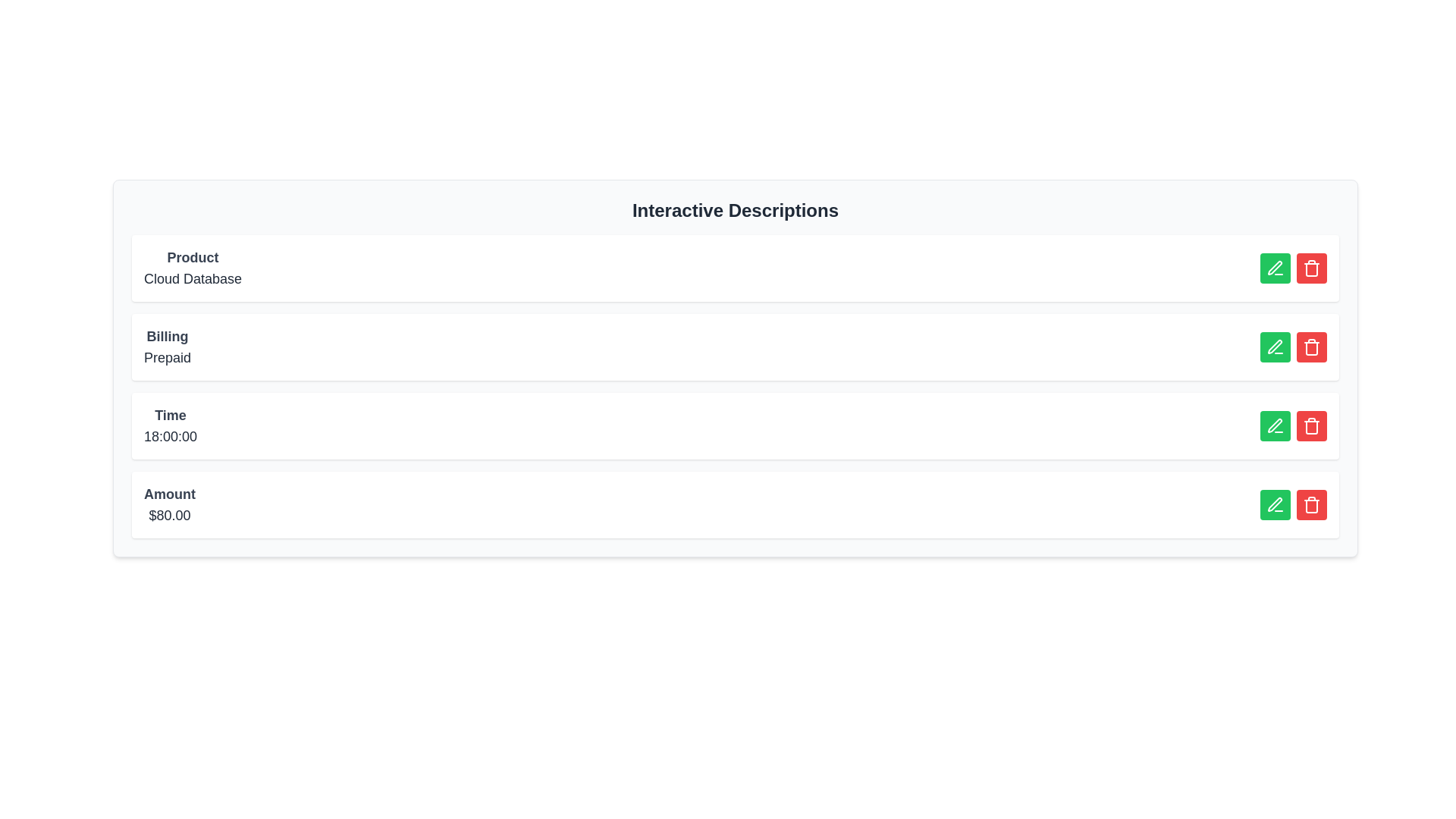 Image resolution: width=1456 pixels, height=819 pixels. Describe the element at coordinates (170, 505) in the screenshot. I see `the Text display component that shows 'Amount' and '$80.00' in a vertical stack with a white background, located in the bottom-most entry of a list, just left of two interactive buttons` at that location.